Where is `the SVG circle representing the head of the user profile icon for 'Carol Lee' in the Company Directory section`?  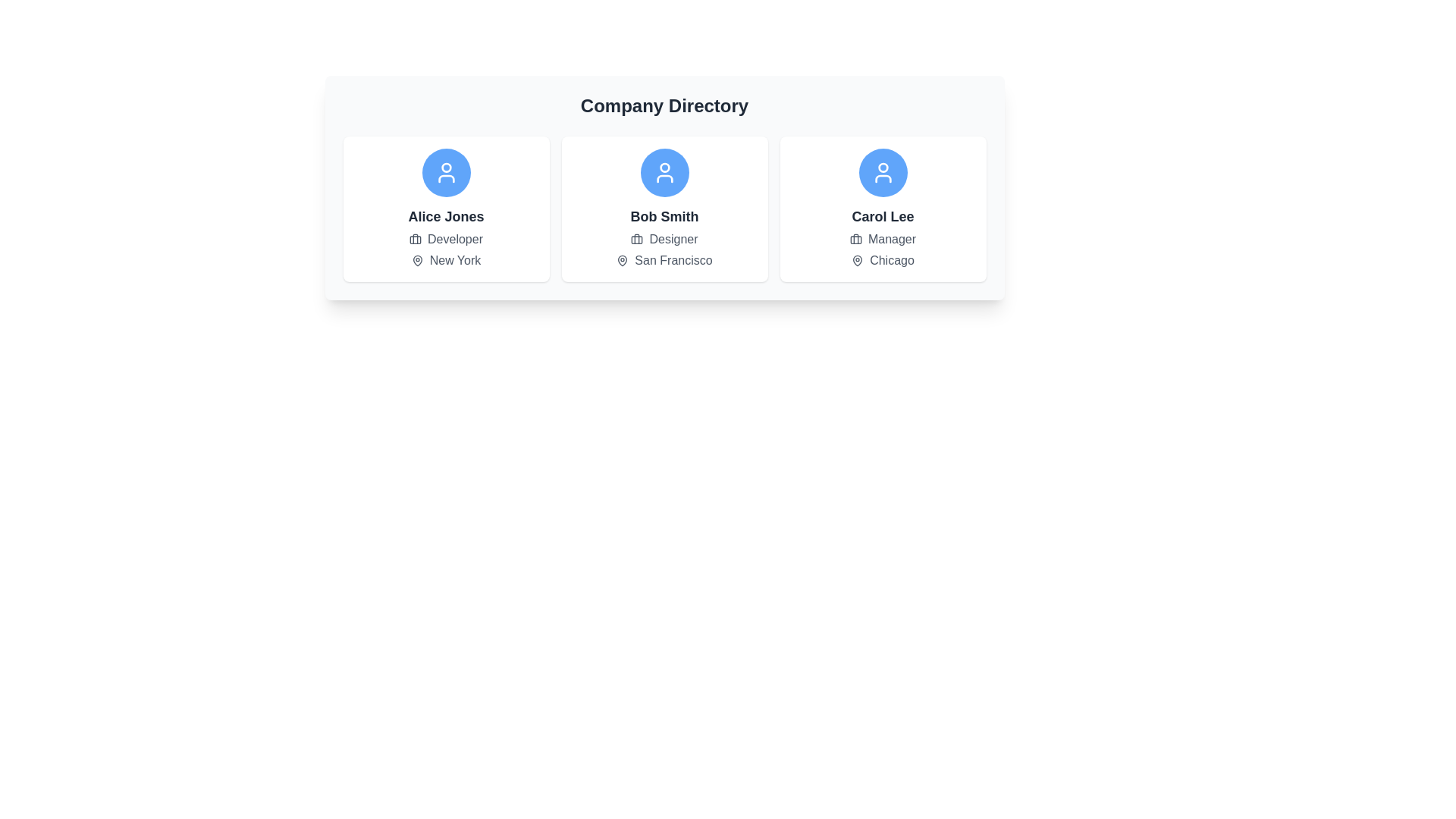 the SVG circle representing the head of the user profile icon for 'Carol Lee' in the Company Directory section is located at coordinates (883, 168).